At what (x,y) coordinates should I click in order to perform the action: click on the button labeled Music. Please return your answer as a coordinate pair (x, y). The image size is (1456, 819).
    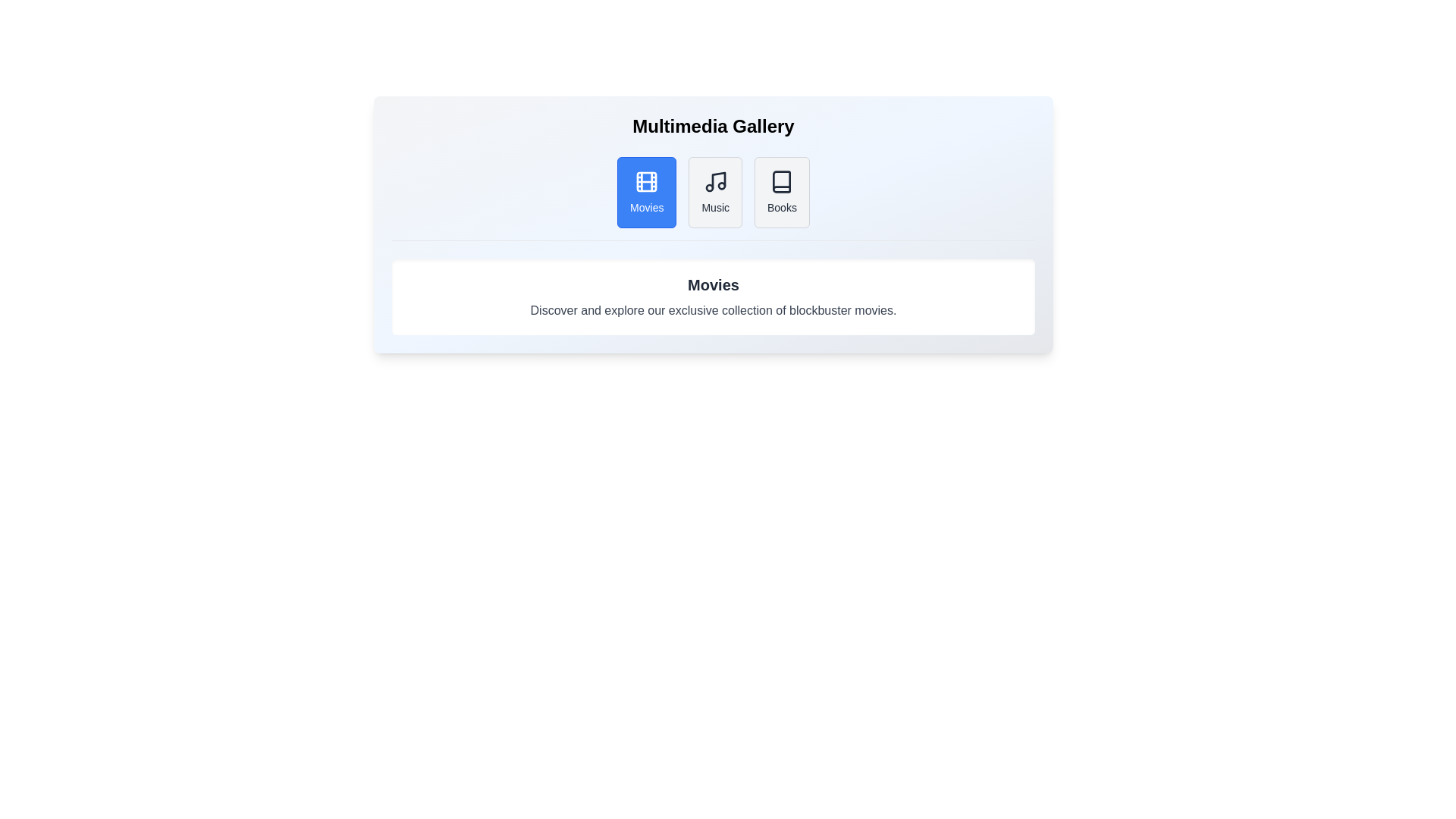
    Looking at the image, I should click on (714, 192).